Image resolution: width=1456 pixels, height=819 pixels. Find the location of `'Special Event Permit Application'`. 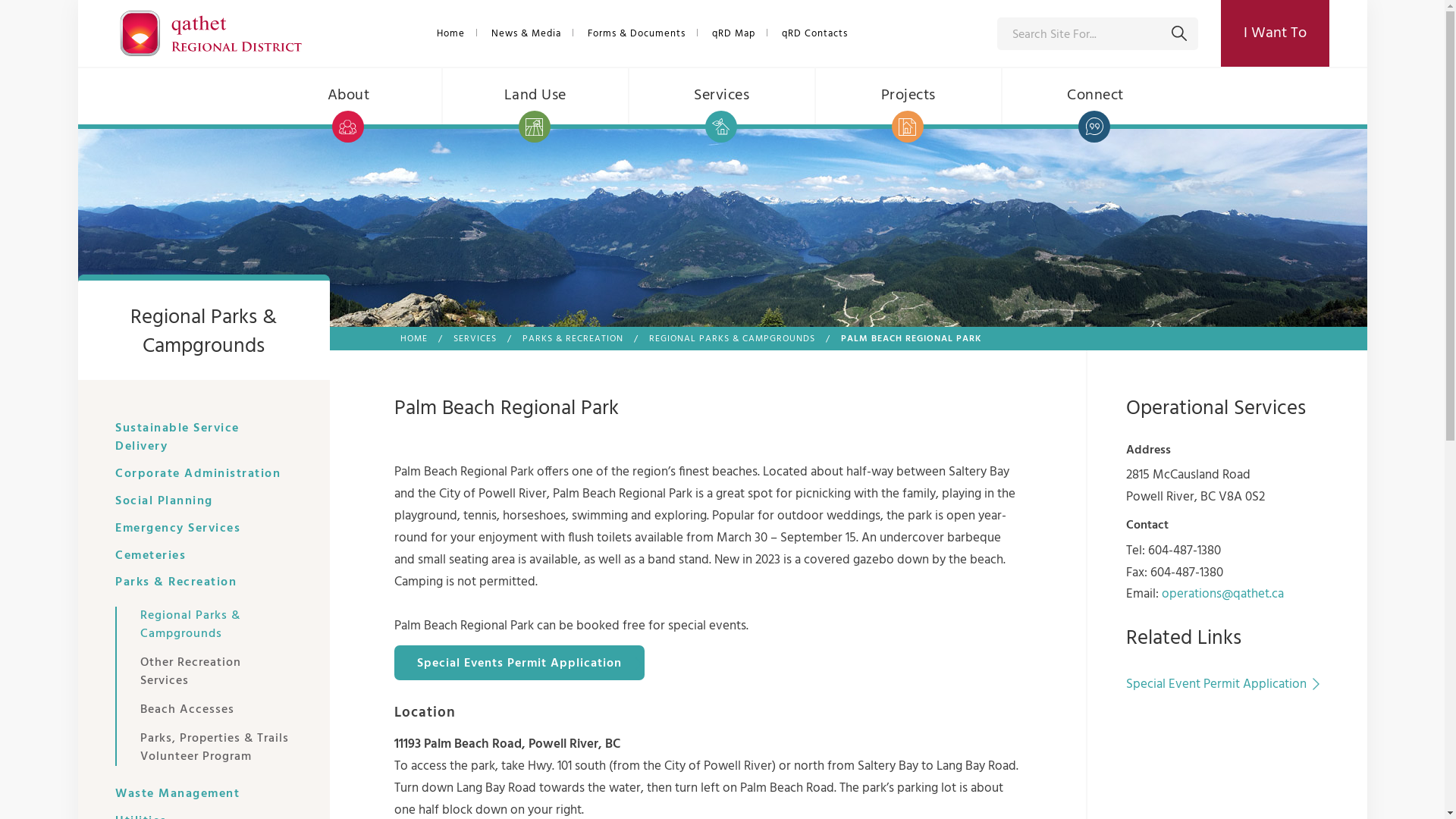

'Special Event Permit Application' is located at coordinates (1223, 683).